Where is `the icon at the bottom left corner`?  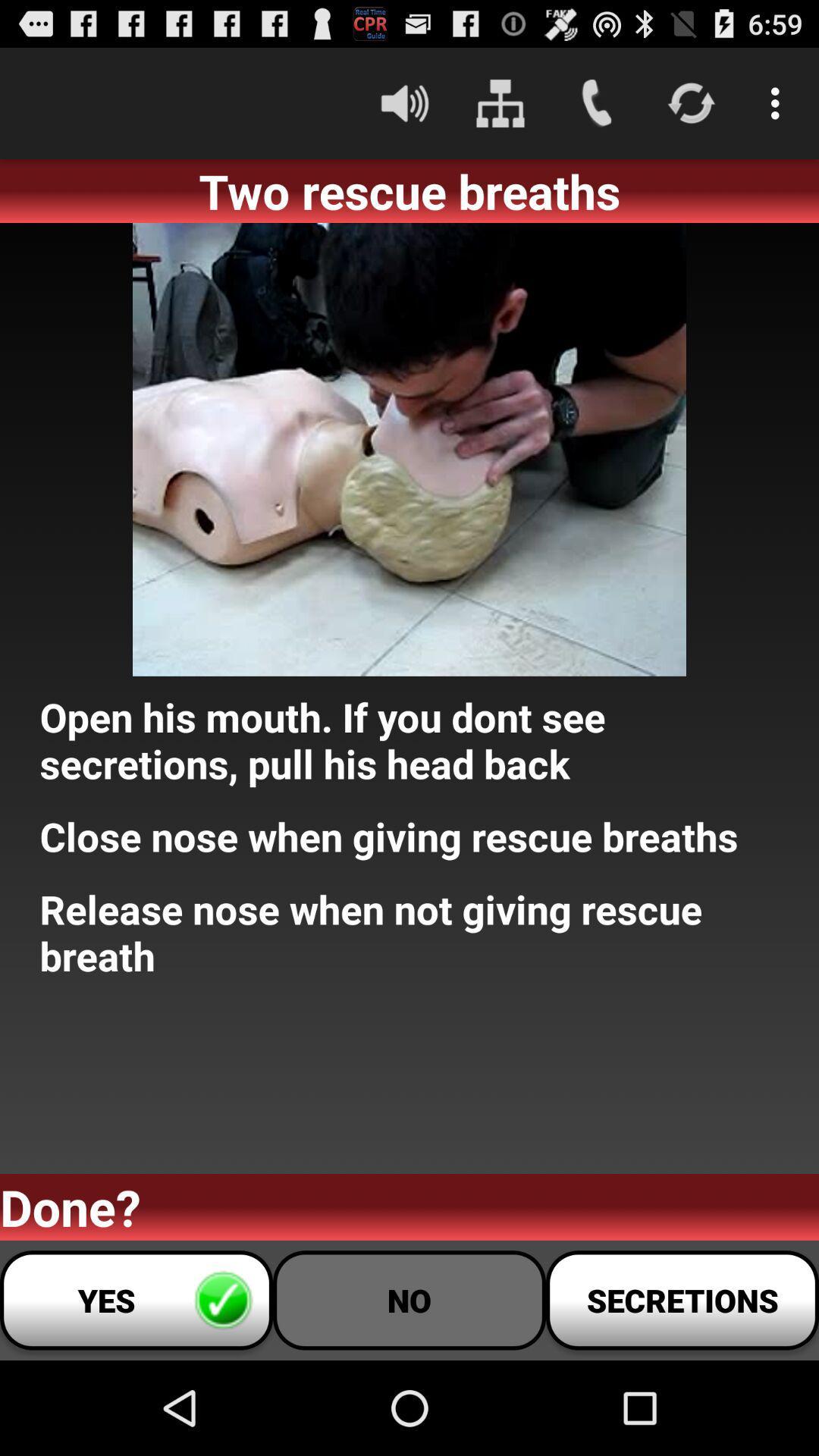 the icon at the bottom left corner is located at coordinates (136, 1299).